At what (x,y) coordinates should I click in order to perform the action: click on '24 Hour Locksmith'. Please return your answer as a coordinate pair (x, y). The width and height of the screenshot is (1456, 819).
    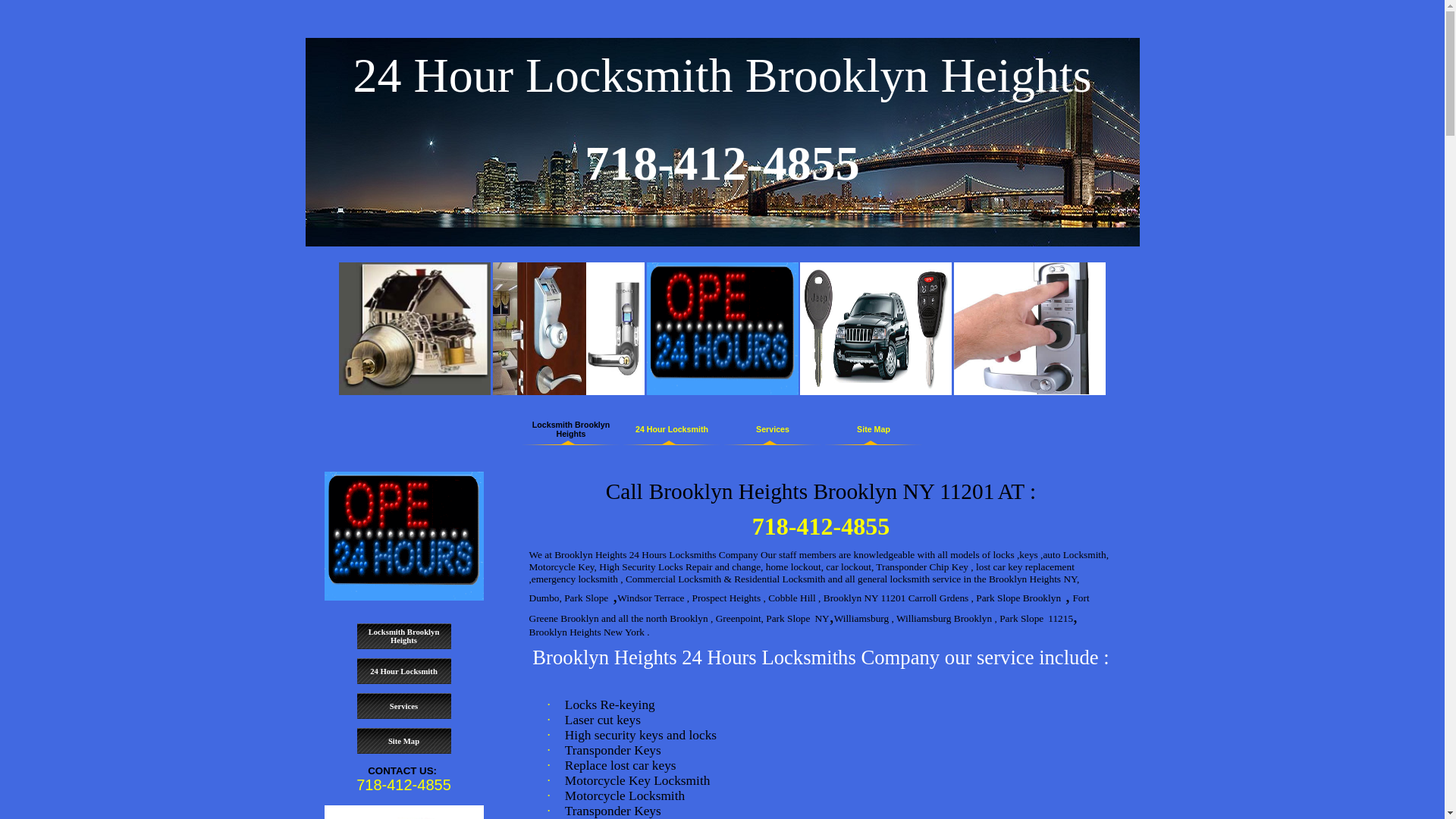
    Looking at the image, I should click on (403, 670).